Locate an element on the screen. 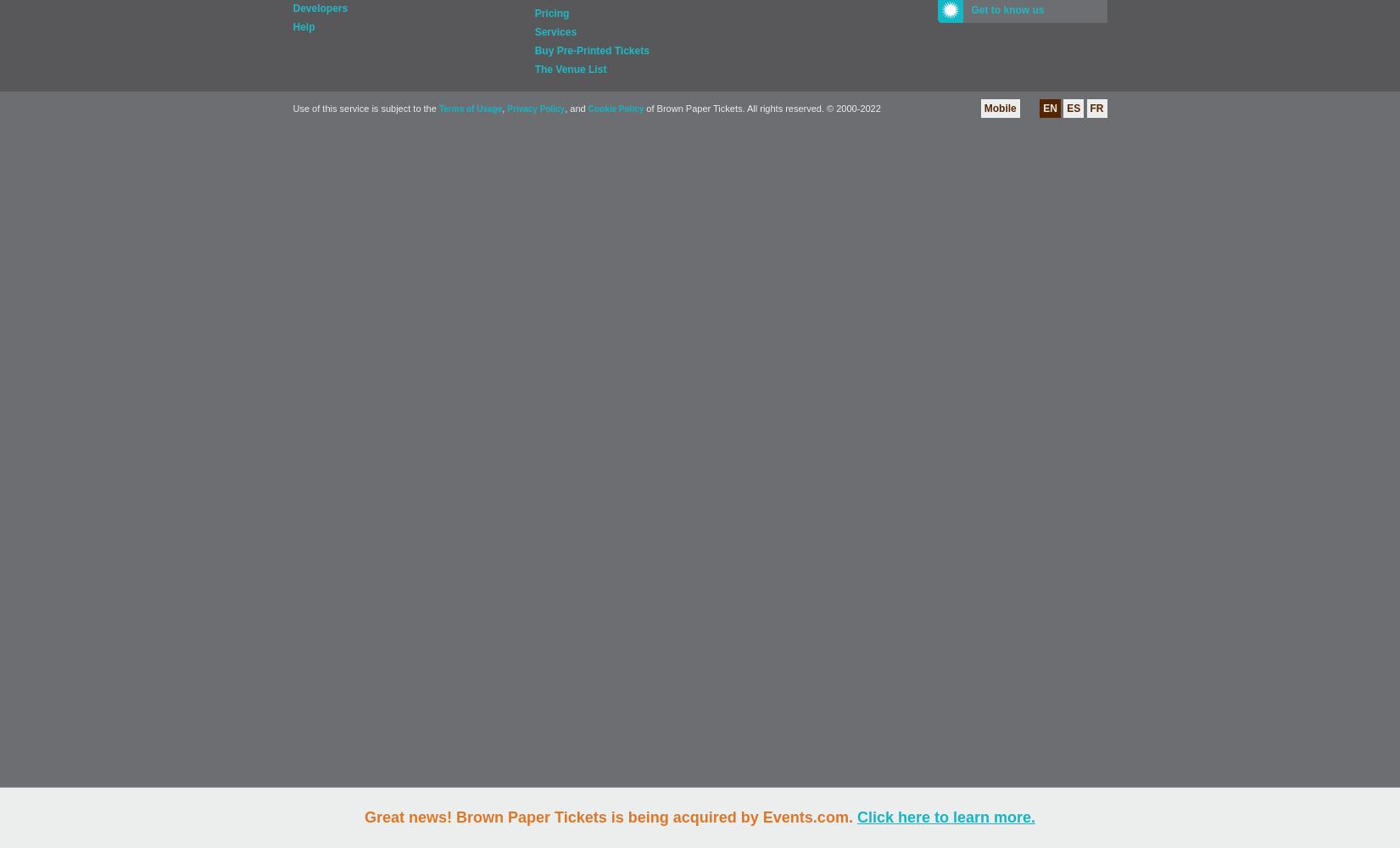 Image resolution: width=1400 pixels, height=848 pixels. 'Services' is located at coordinates (555, 32).